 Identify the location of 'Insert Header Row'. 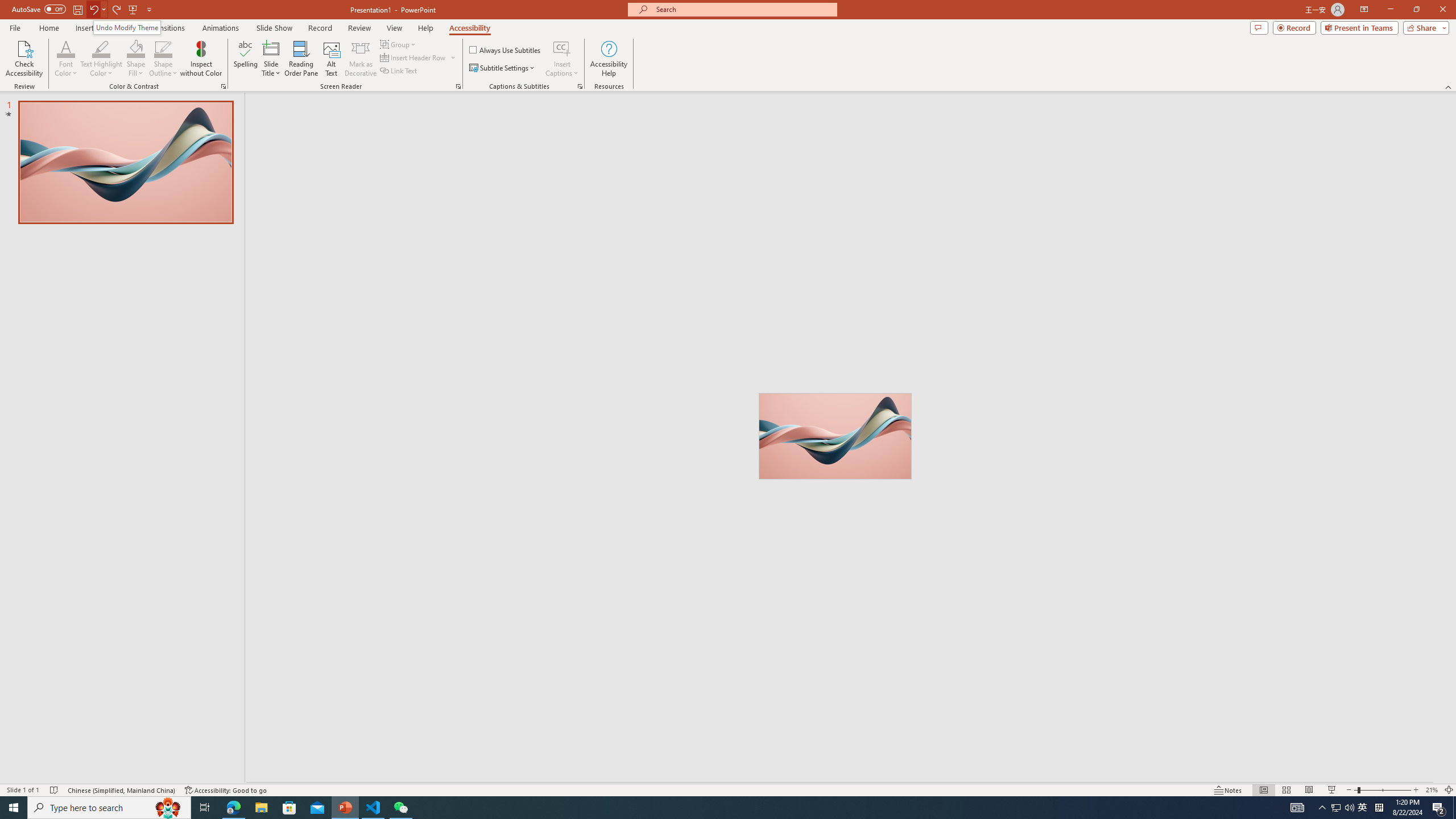
(418, 56).